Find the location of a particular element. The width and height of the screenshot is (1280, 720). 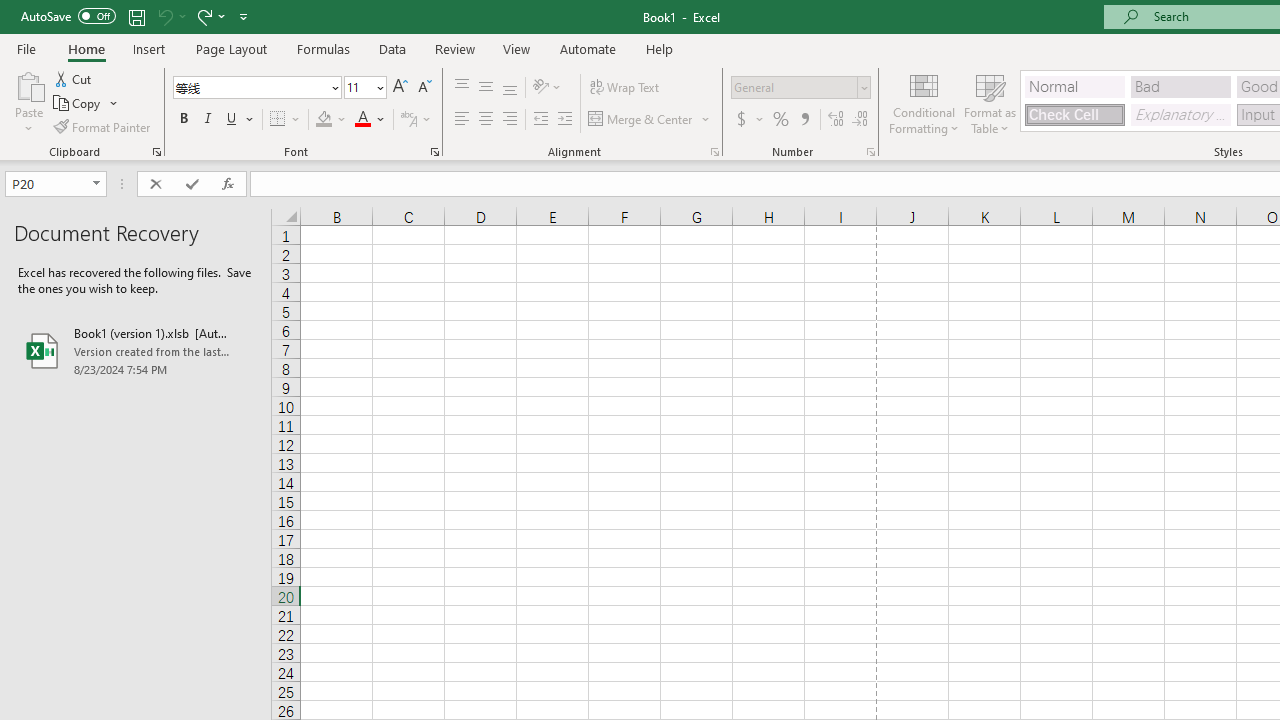

'Center' is located at coordinates (485, 119).